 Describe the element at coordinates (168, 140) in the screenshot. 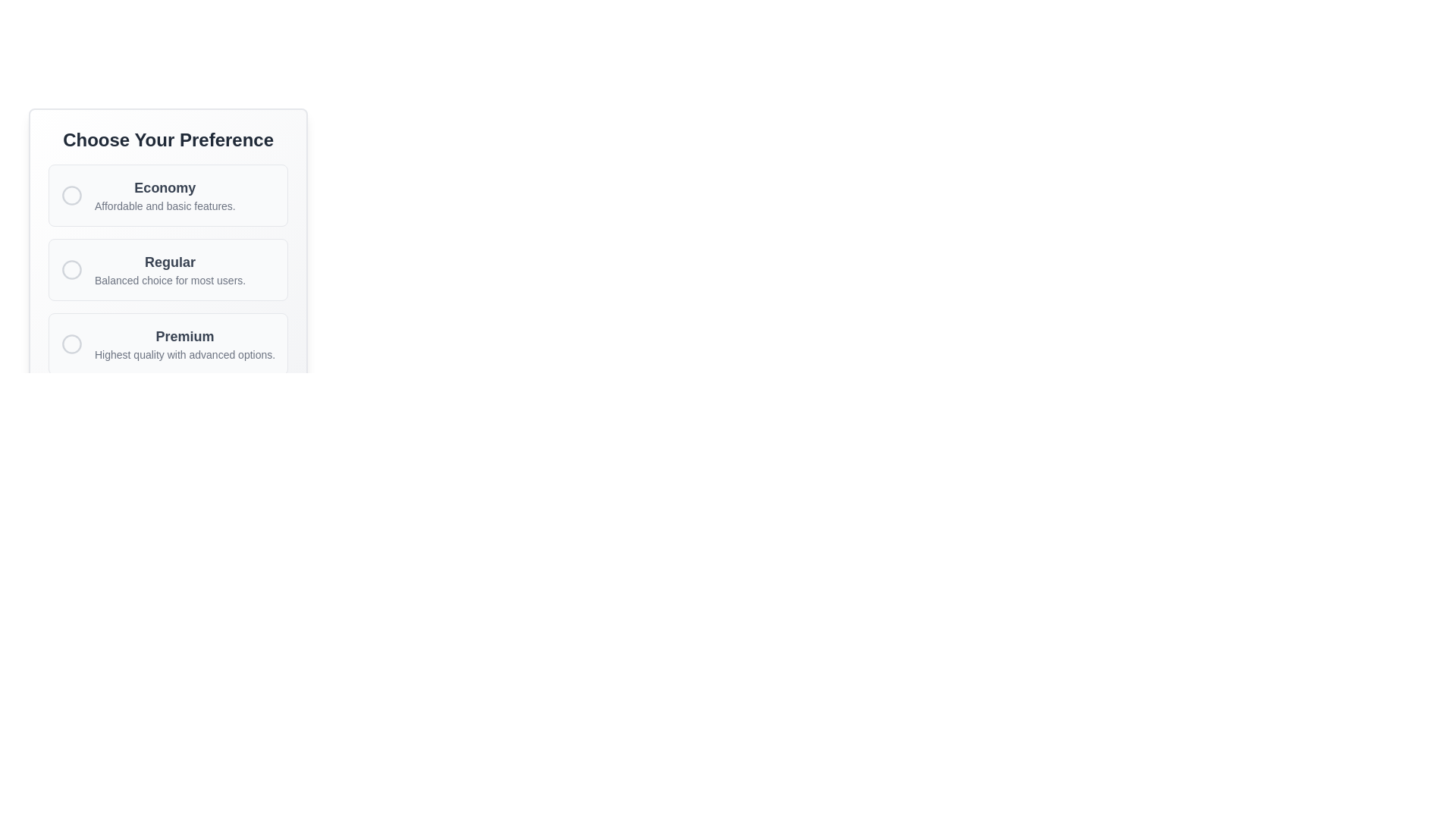

I see `the heading element with bold text 'Choose Your Preference' that is centered at the top of a card containing selectable options` at that location.